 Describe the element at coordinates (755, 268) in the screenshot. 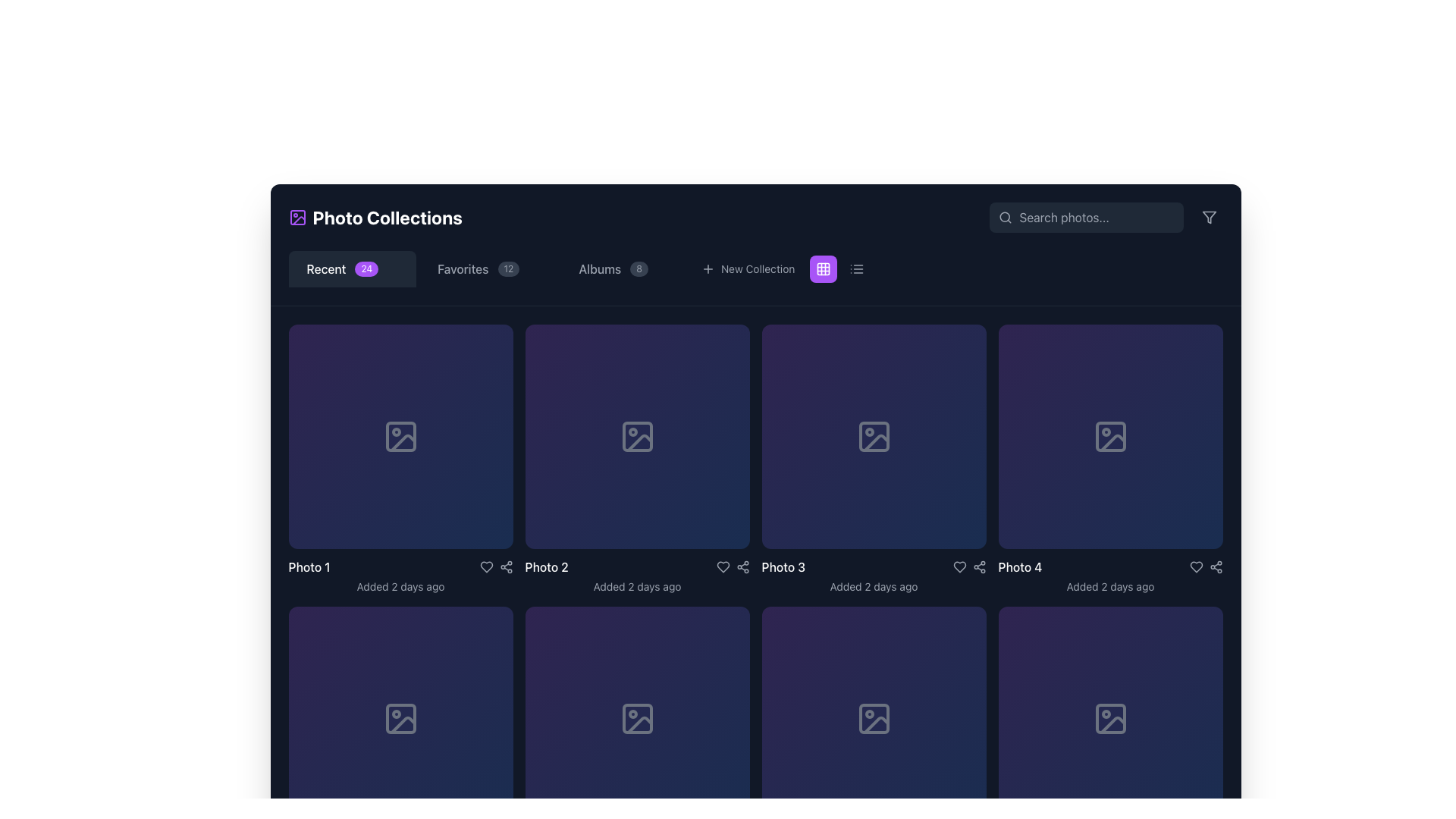

I see `the button used to create a new collection, located in the horizontal menu bar under 'Photo Collections'` at that location.